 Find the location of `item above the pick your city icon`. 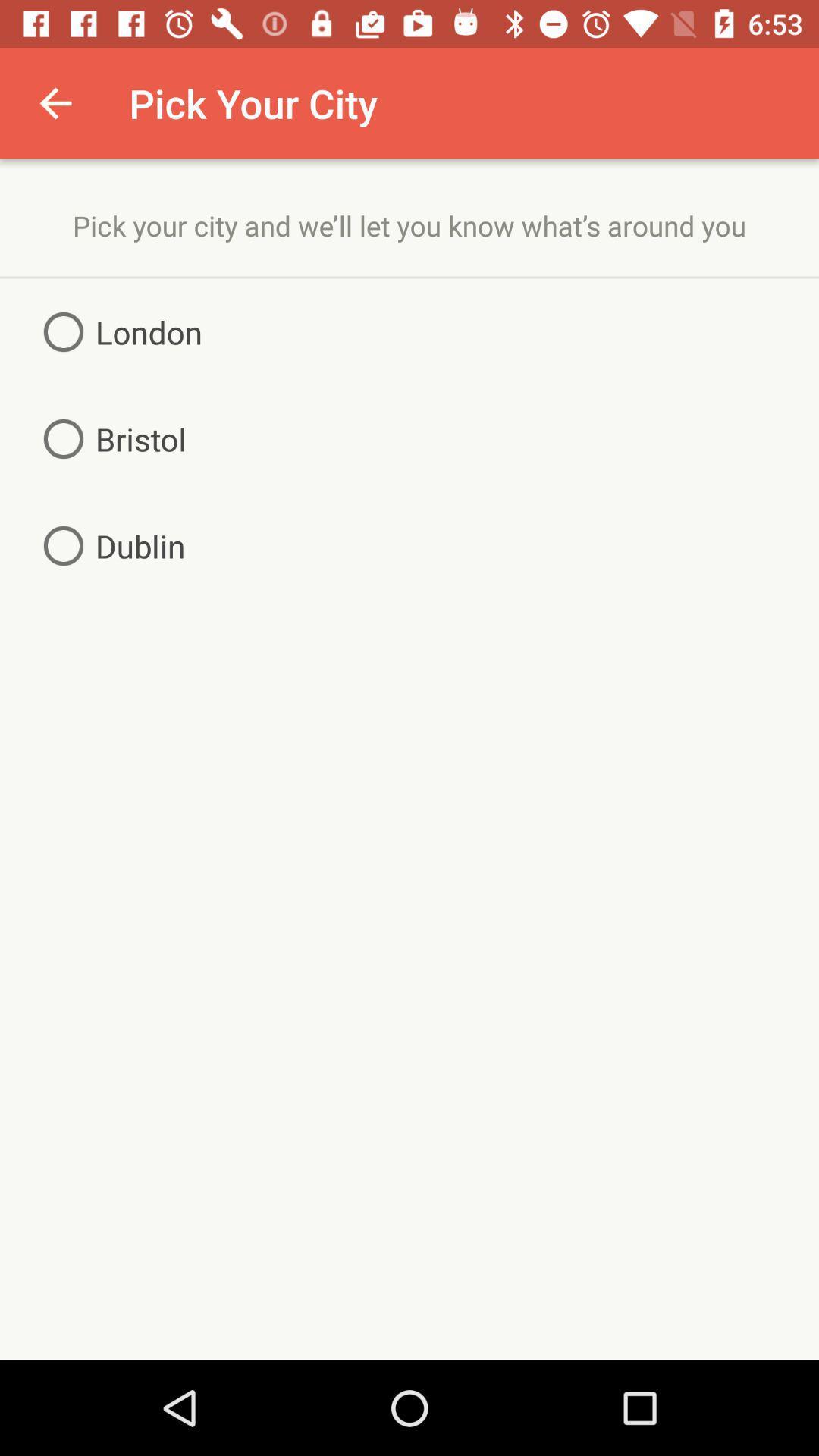

item above the pick your city icon is located at coordinates (55, 102).